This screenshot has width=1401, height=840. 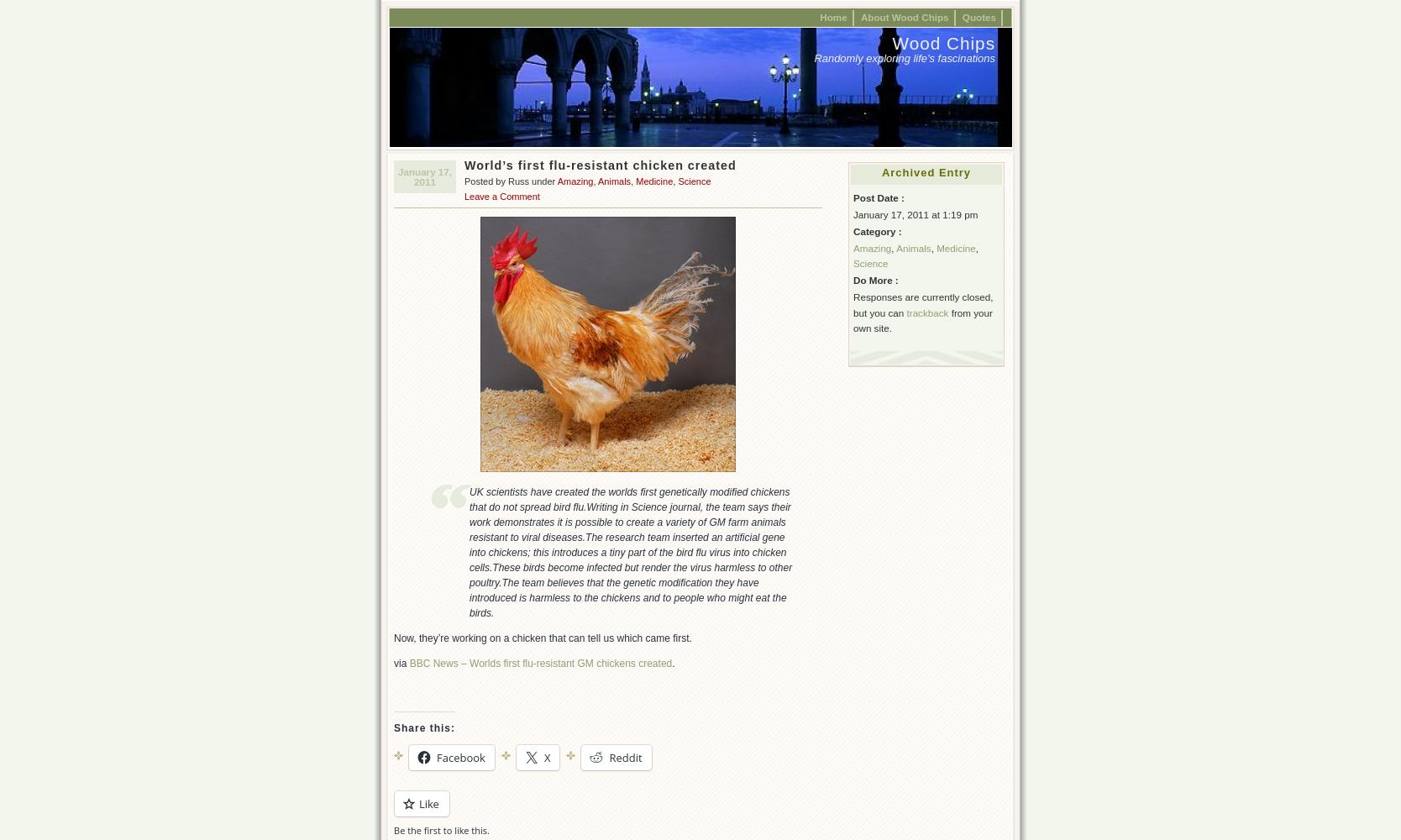 I want to click on 'Randomly exploring life's fascinations', so click(x=904, y=57).